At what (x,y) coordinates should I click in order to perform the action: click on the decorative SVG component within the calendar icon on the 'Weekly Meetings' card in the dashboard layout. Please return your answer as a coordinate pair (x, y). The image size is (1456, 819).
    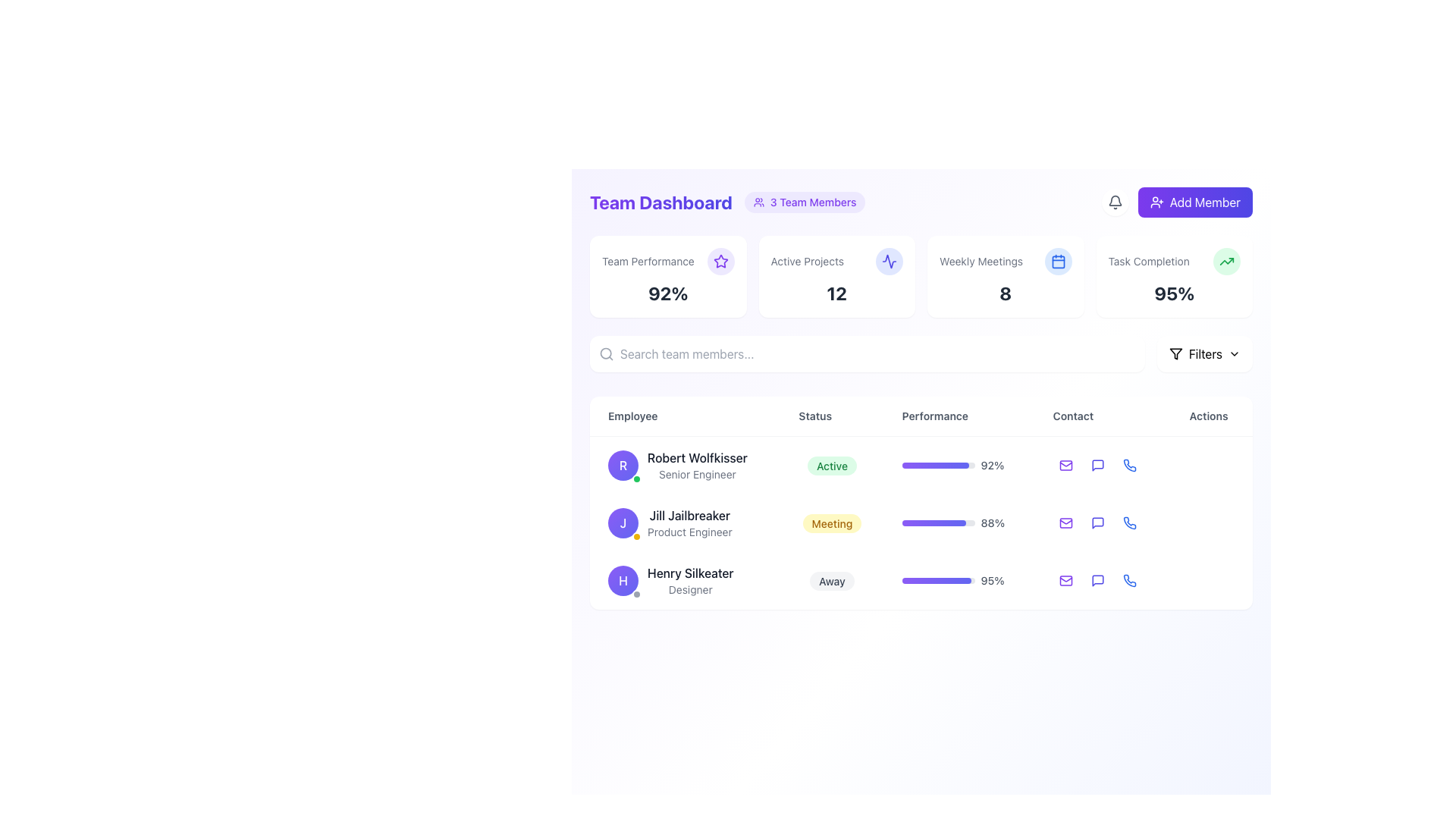
    Looking at the image, I should click on (1057, 261).